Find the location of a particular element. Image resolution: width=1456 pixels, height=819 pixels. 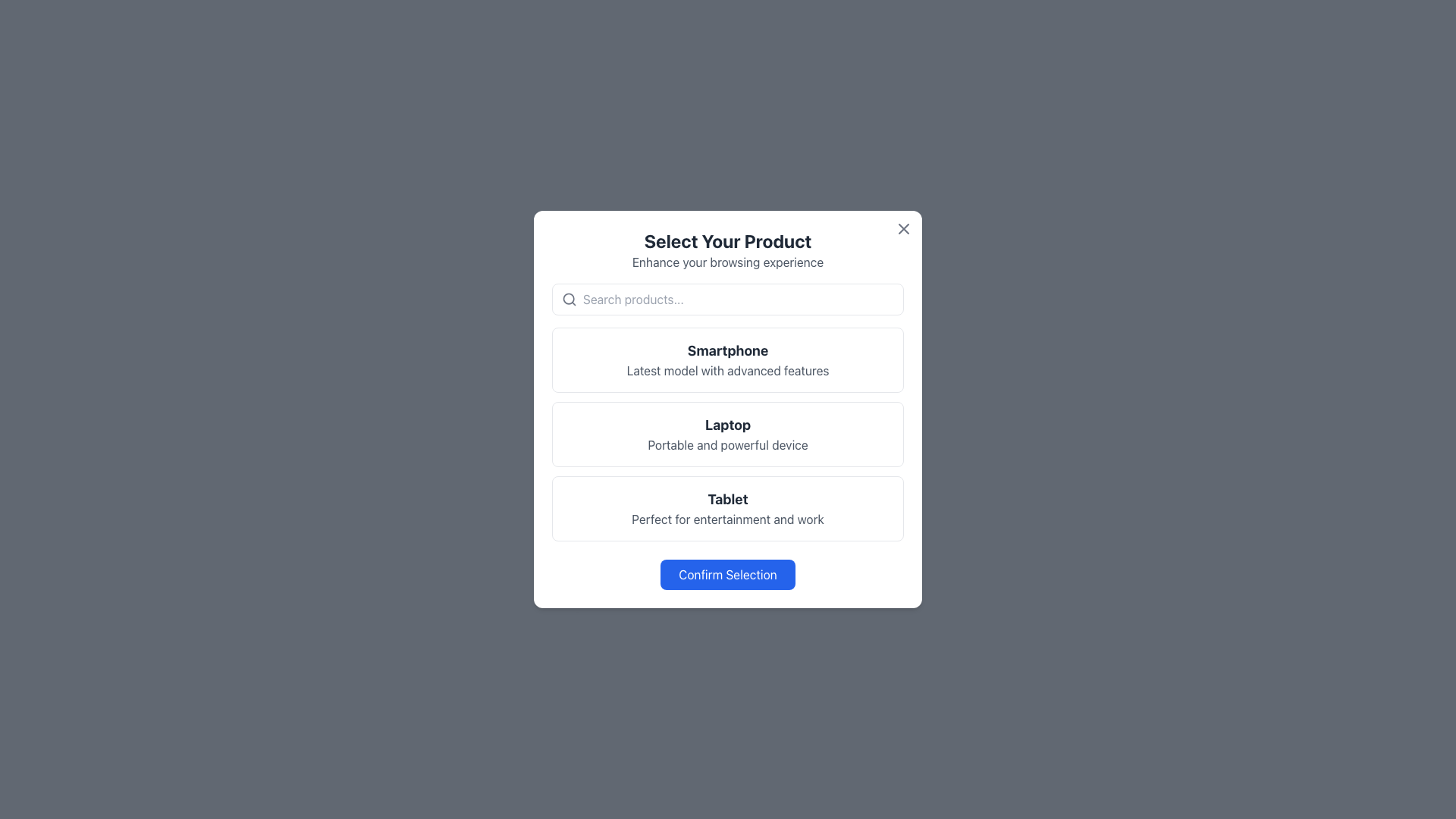

the 'Laptop' selectable card item, which is the second card in a vertical list of three cards is located at coordinates (728, 435).